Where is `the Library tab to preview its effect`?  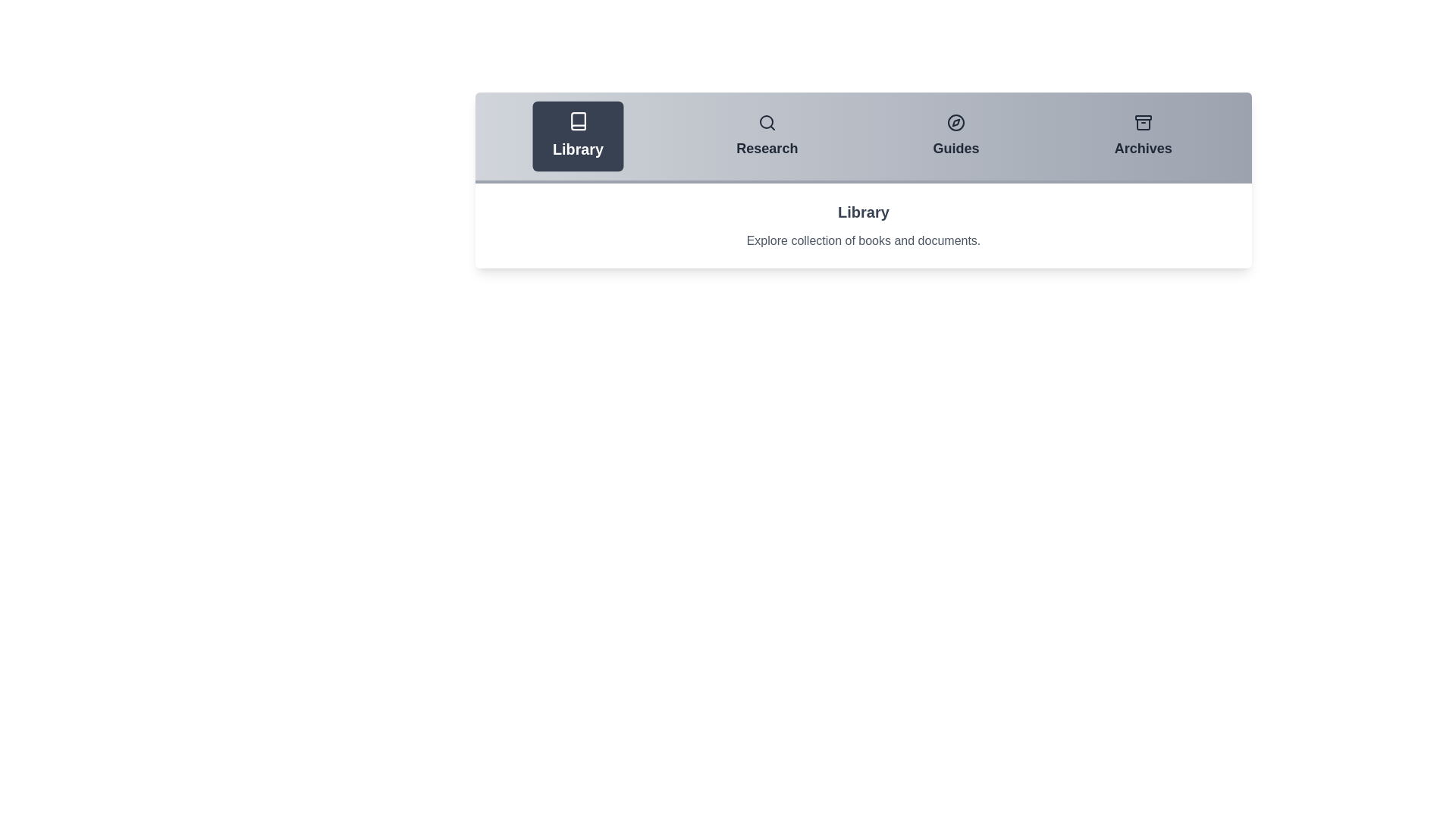 the Library tab to preview its effect is located at coordinates (577, 136).